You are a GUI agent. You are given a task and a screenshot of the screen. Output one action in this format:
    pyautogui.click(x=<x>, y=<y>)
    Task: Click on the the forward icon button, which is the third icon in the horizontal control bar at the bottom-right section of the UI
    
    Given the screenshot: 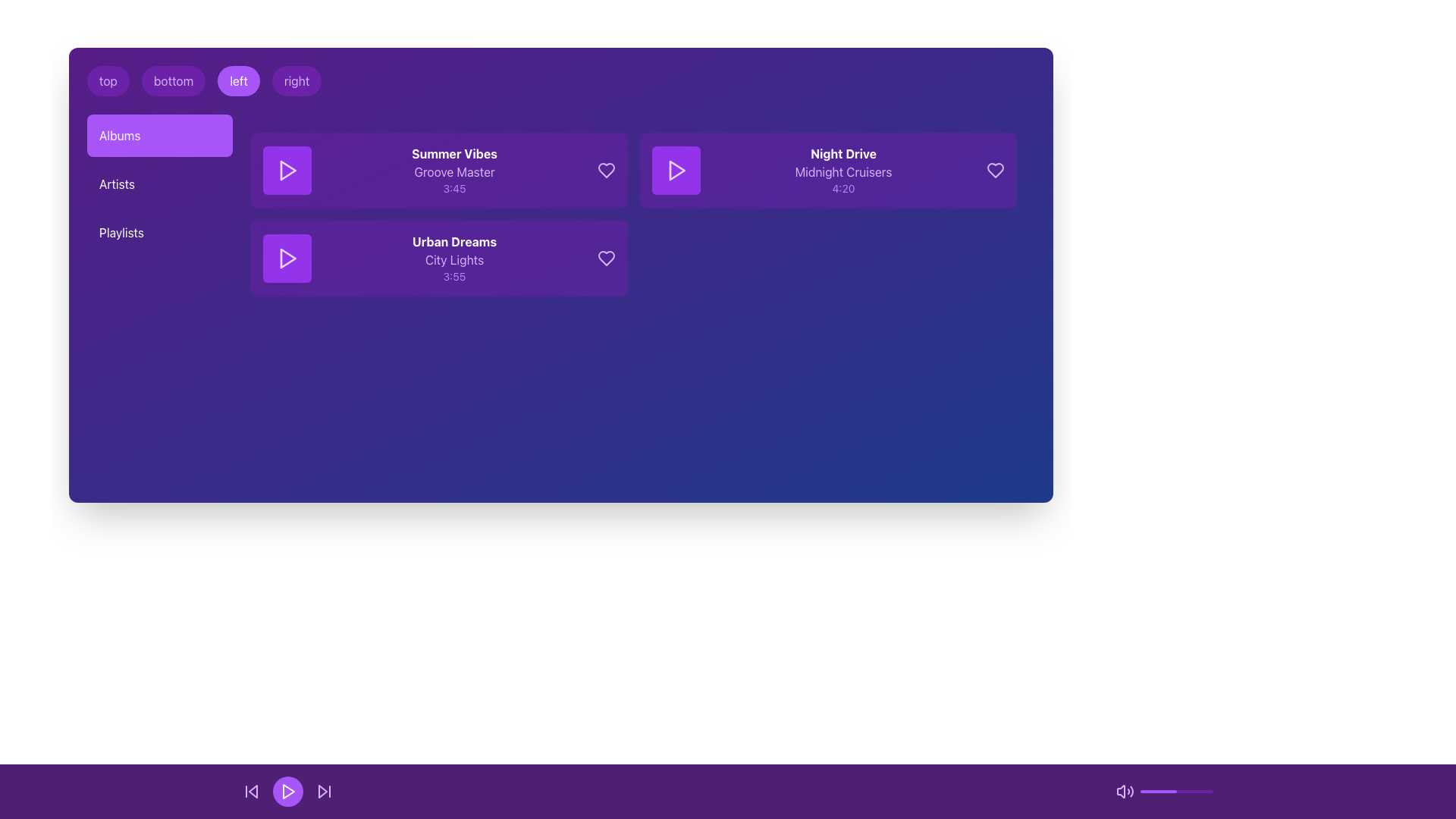 What is the action you would take?
    pyautogui.click(x=323, y=791)
    